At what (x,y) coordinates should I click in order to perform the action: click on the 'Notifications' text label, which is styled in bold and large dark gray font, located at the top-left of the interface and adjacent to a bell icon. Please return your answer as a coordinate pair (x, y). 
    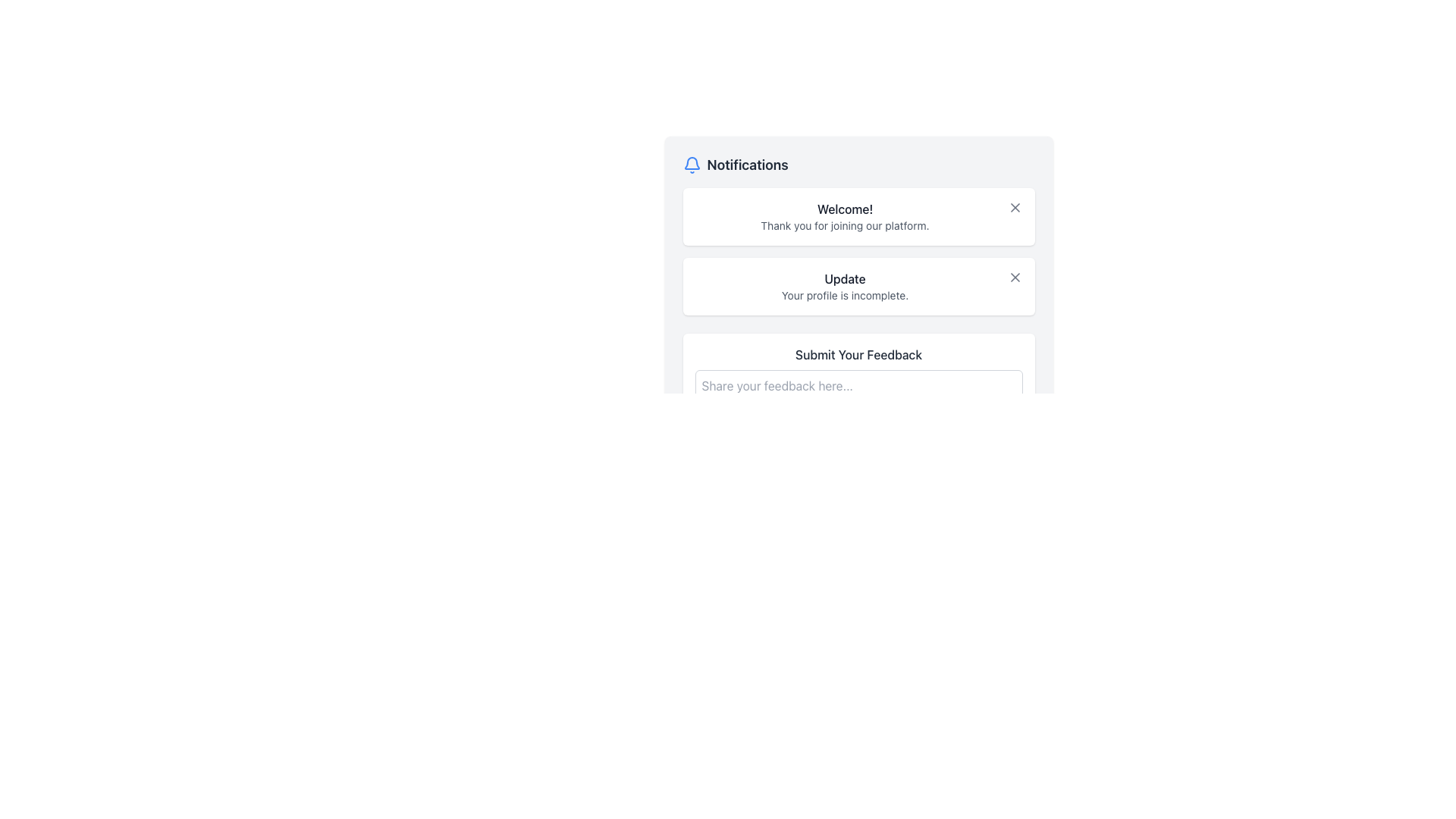
    Looking at the image, I should click on (748, 165).